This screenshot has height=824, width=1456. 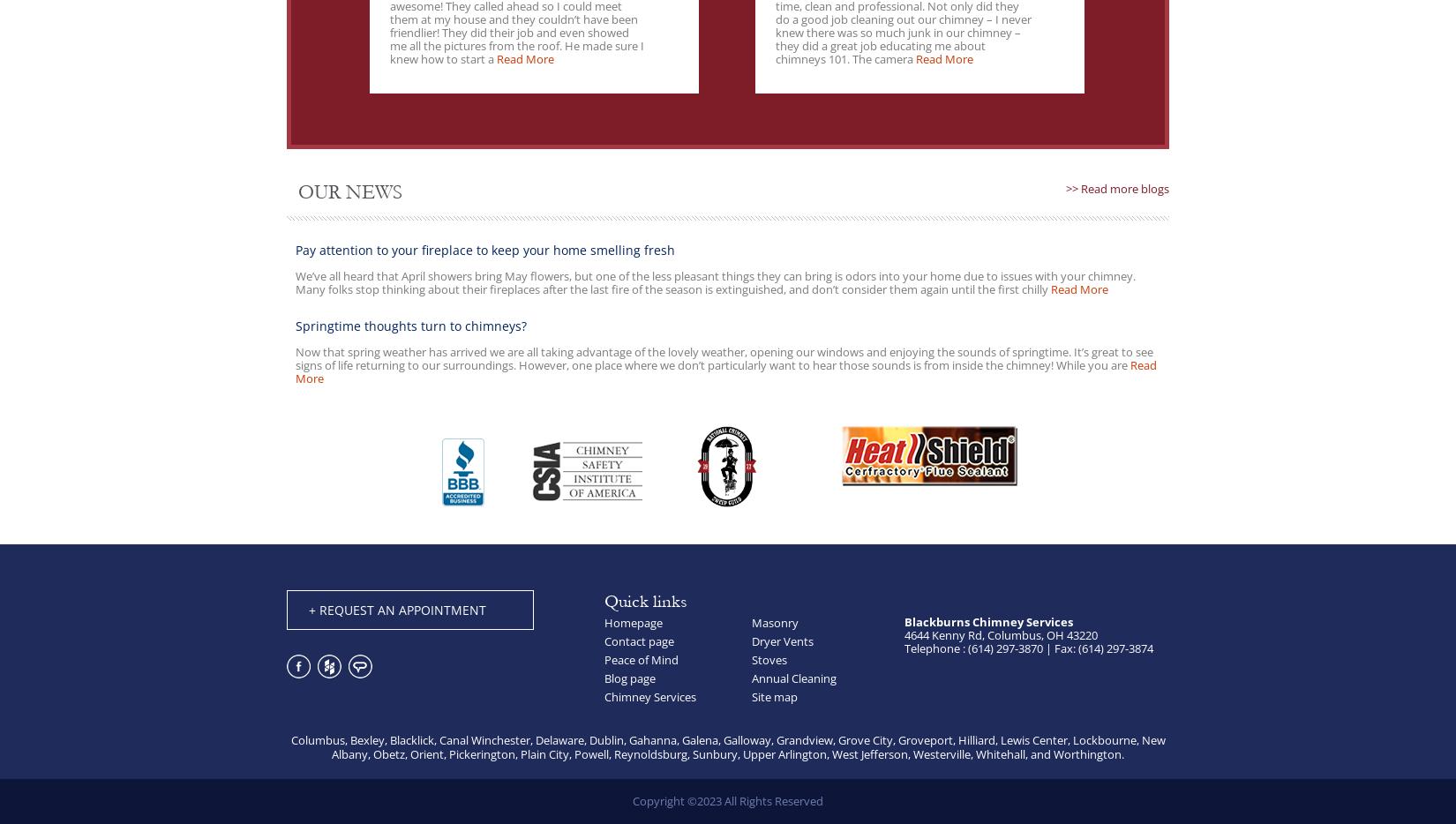 I want to click on 'Chimney Services', so click(x=649, y=695).